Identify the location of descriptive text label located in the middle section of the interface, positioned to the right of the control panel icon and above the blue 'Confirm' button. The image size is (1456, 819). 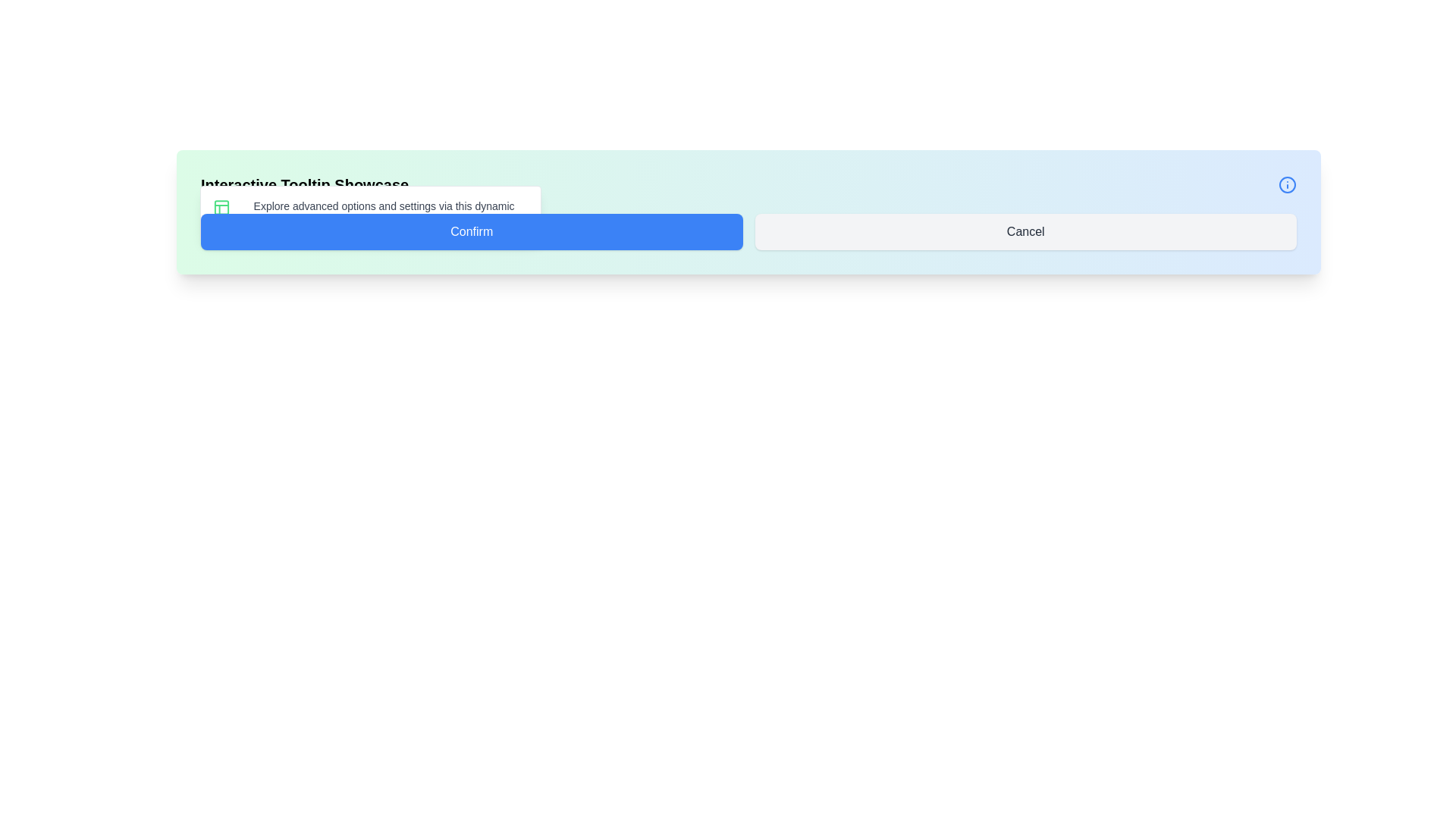
(384, 213).